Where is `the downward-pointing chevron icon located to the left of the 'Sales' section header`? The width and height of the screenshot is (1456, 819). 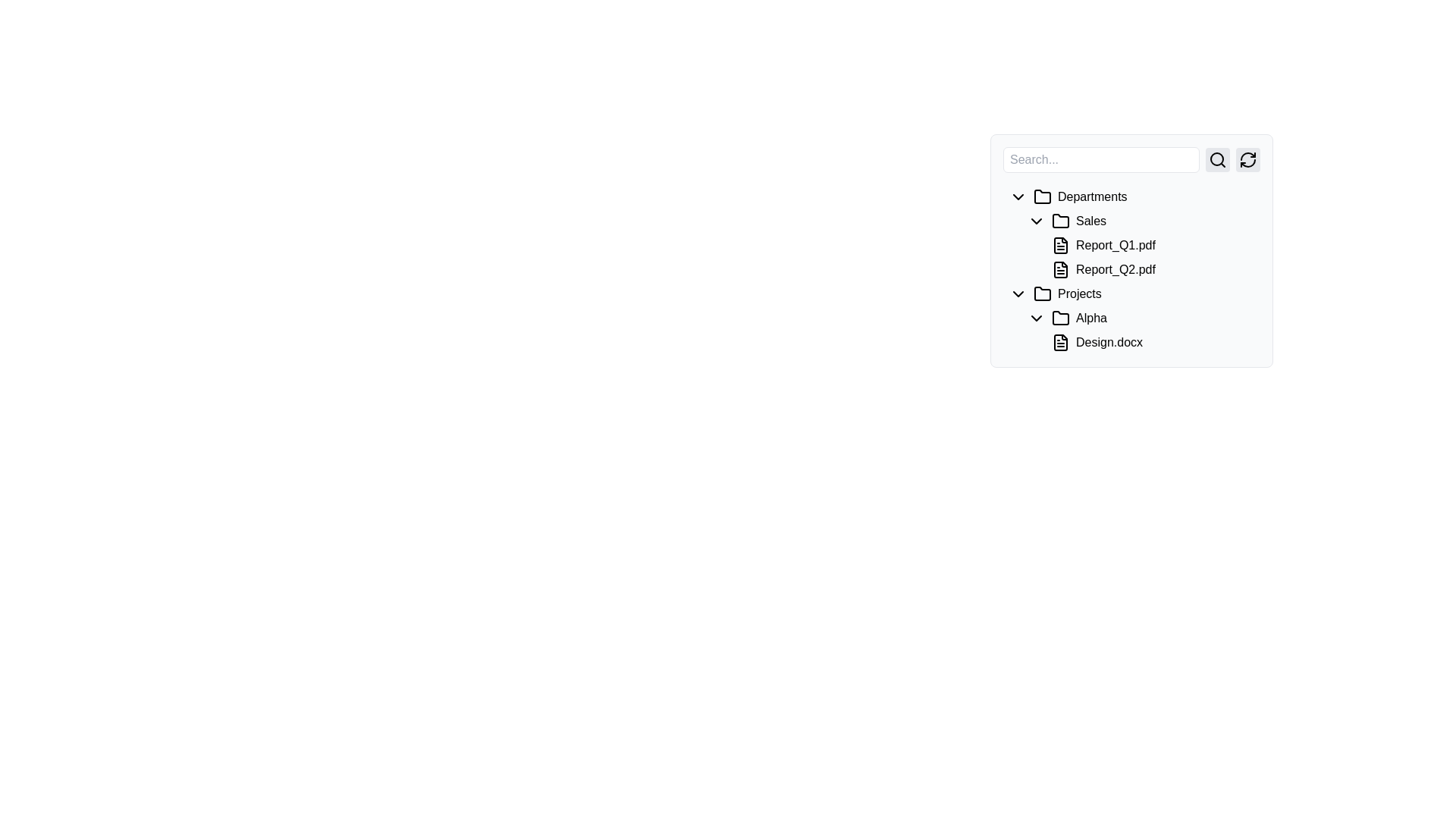
the downward-pointing chevron icon located to the left of the 'Sales' section header is located at coordinates (1036, 221).